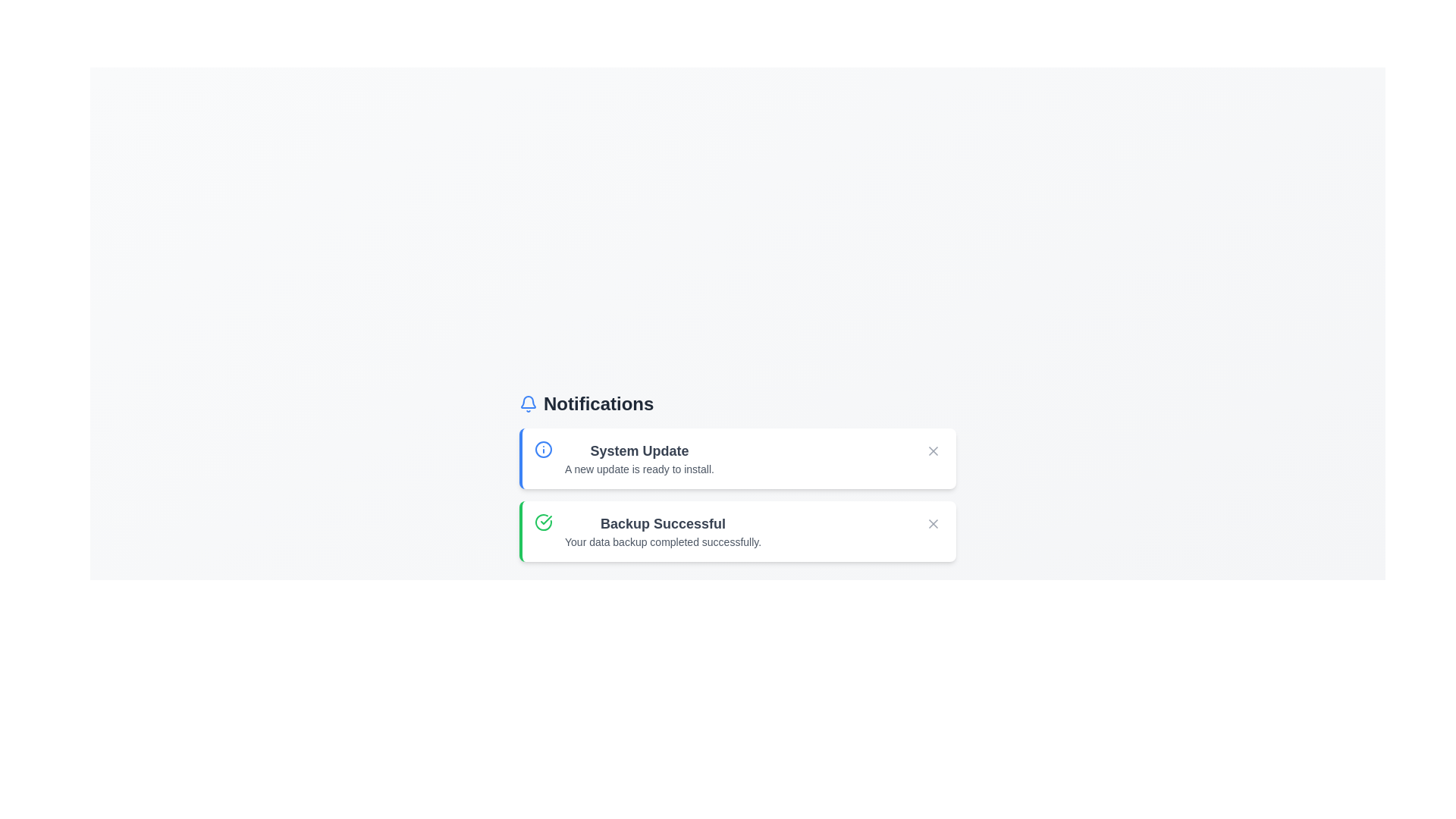 The width and height of the screenshot is (1456, 819). What do you see at coordinates (663, 541) in the screenshot?
I see `the informational text indicating successful completion of a data backup, positioned below the headline 'Backup Successful' in the notification card` at bounding box center [663, 541].